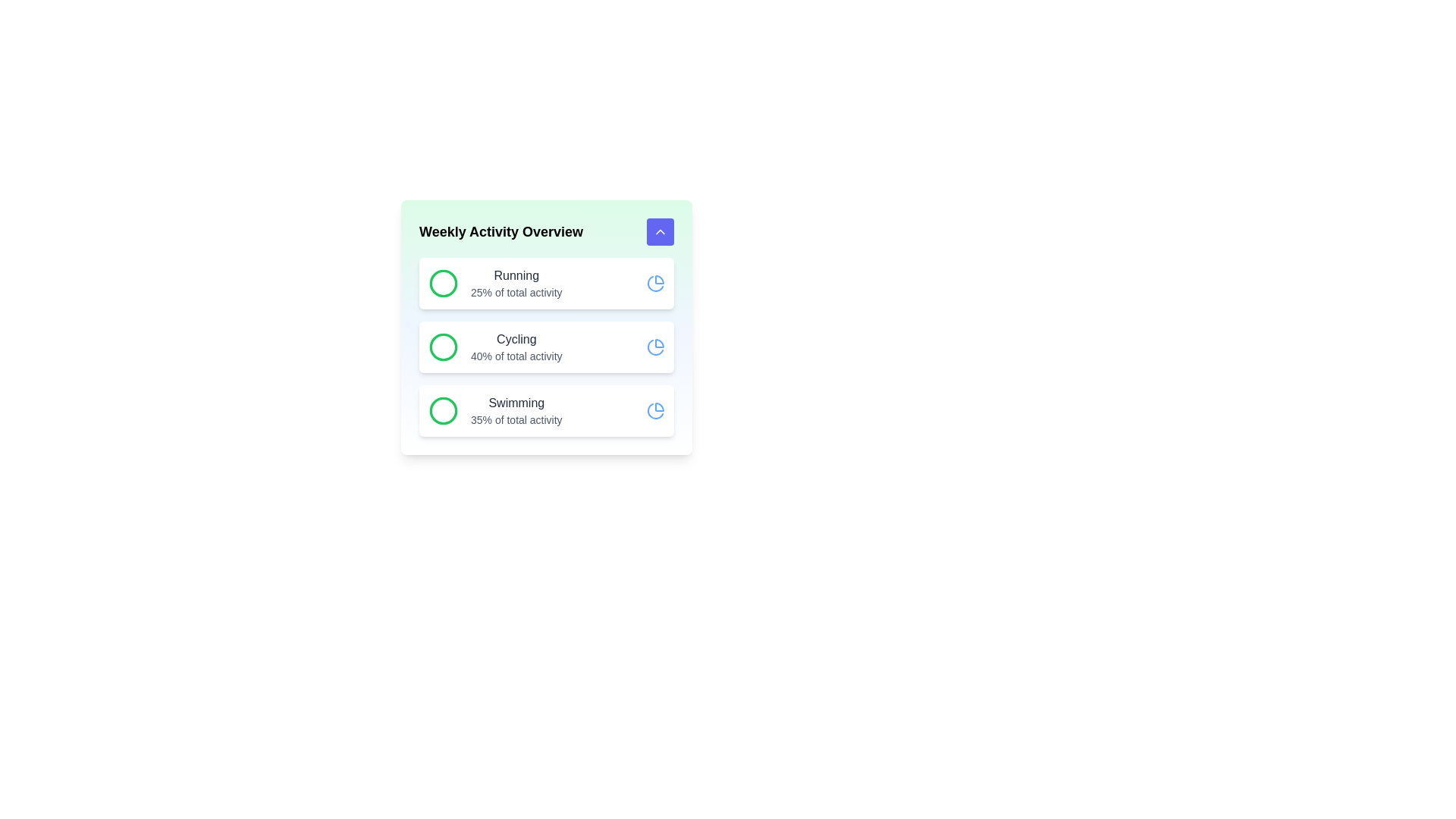 This screenshot has height=819, width=1456. What do you see at coordinates (516, 420) in the screenshot?
I see `the informational text label indicating '35%' related to 'Swimming', which is located beneath the 'Swimming' label in the Weekly Activity Overview section` at bounding box center [516, 420].